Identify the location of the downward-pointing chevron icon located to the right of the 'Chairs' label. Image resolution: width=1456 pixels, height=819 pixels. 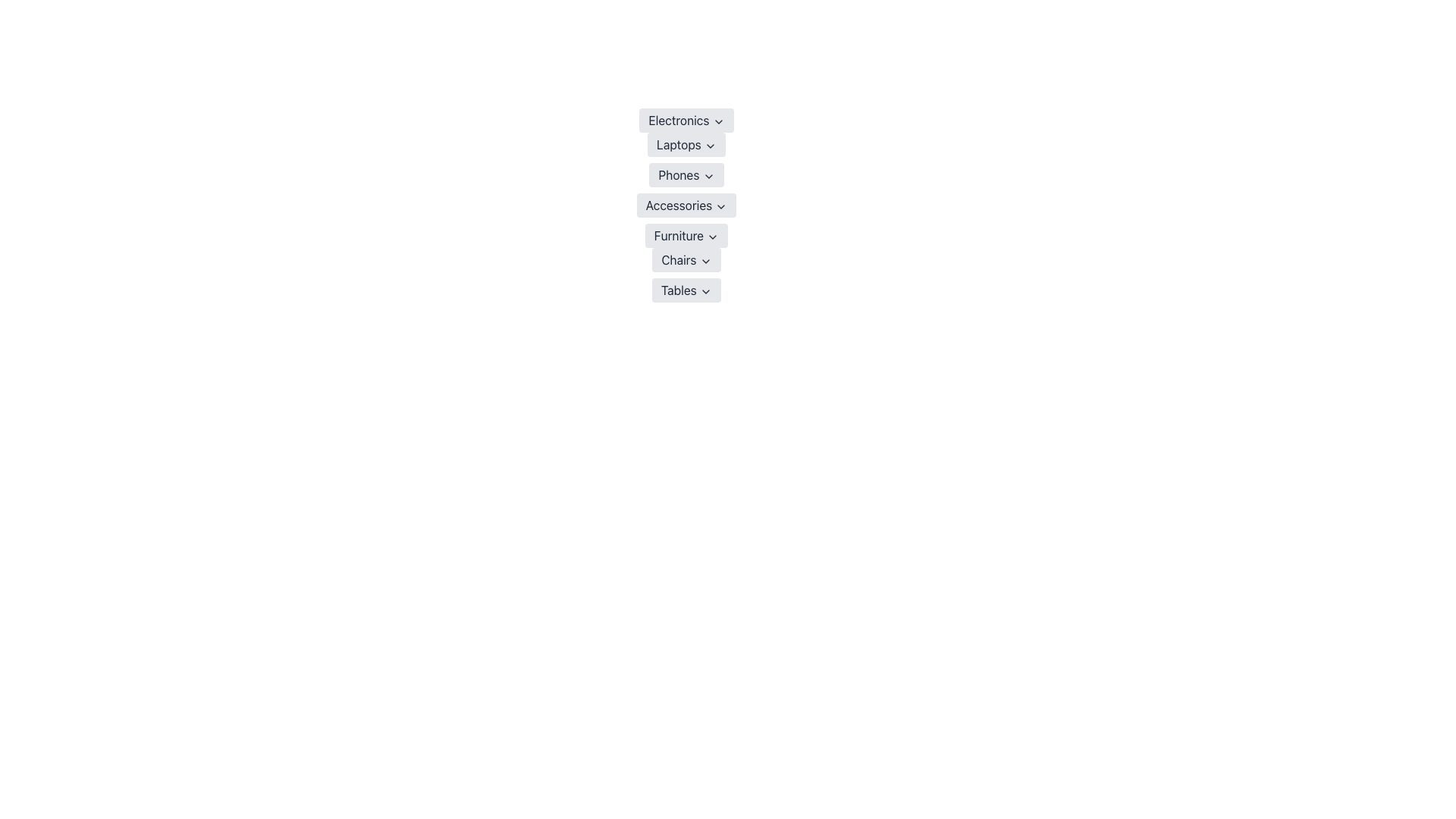
(704, 260).